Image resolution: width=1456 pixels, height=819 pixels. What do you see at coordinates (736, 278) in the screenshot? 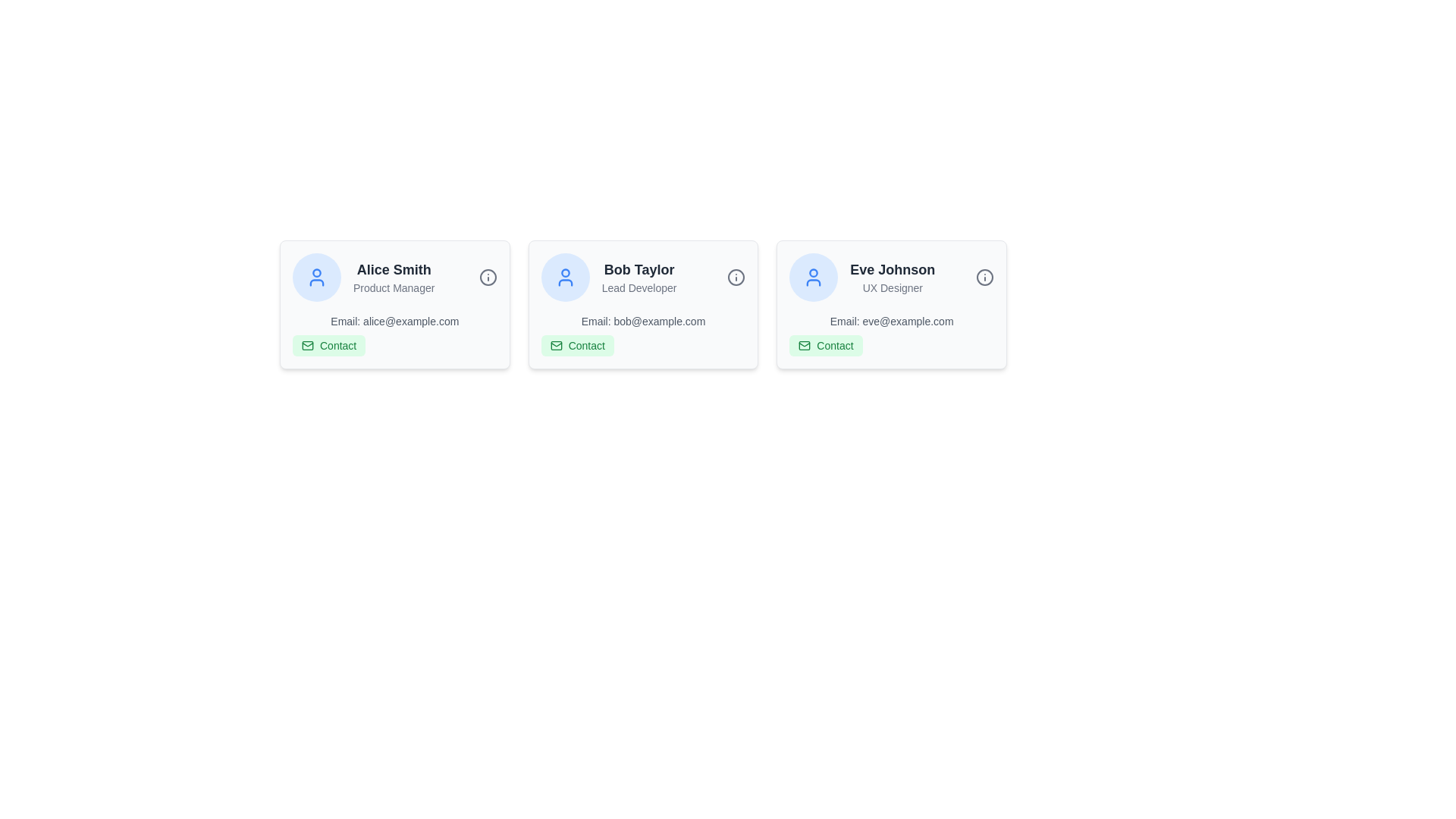
I see `the decorative SVG circle element in the top-right corner of the card for 'Bob Taylor', which is part of a graphical icon suggesting additional information or action` at bounding box center [736, 278].